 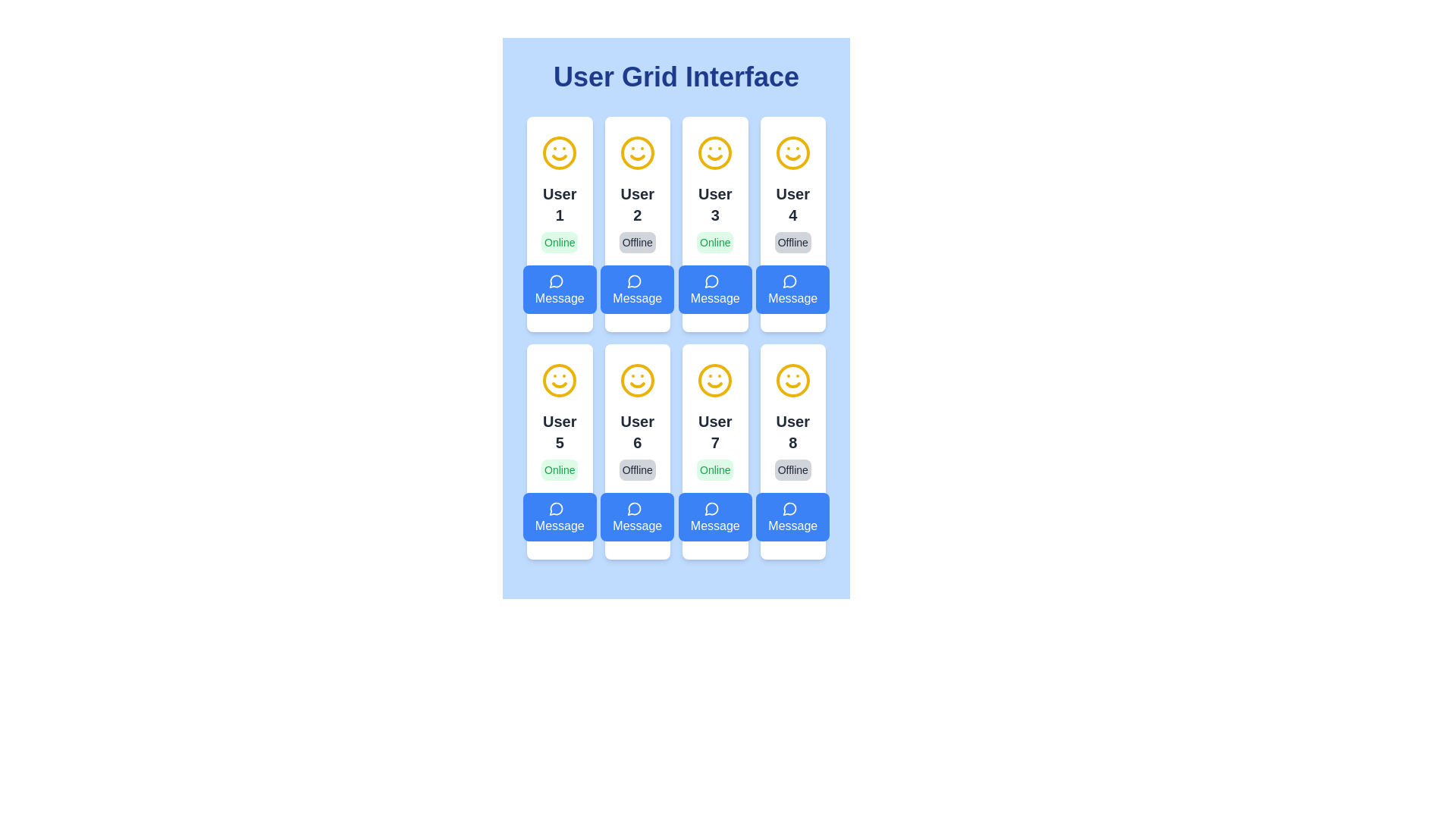 What do you see at coordinates (559, 379) in the screenshot?
I see `the circular smiling face icon outlined in yellow, located above the text 'User 5' in the user grid layout` at bounding box center [559, 379].